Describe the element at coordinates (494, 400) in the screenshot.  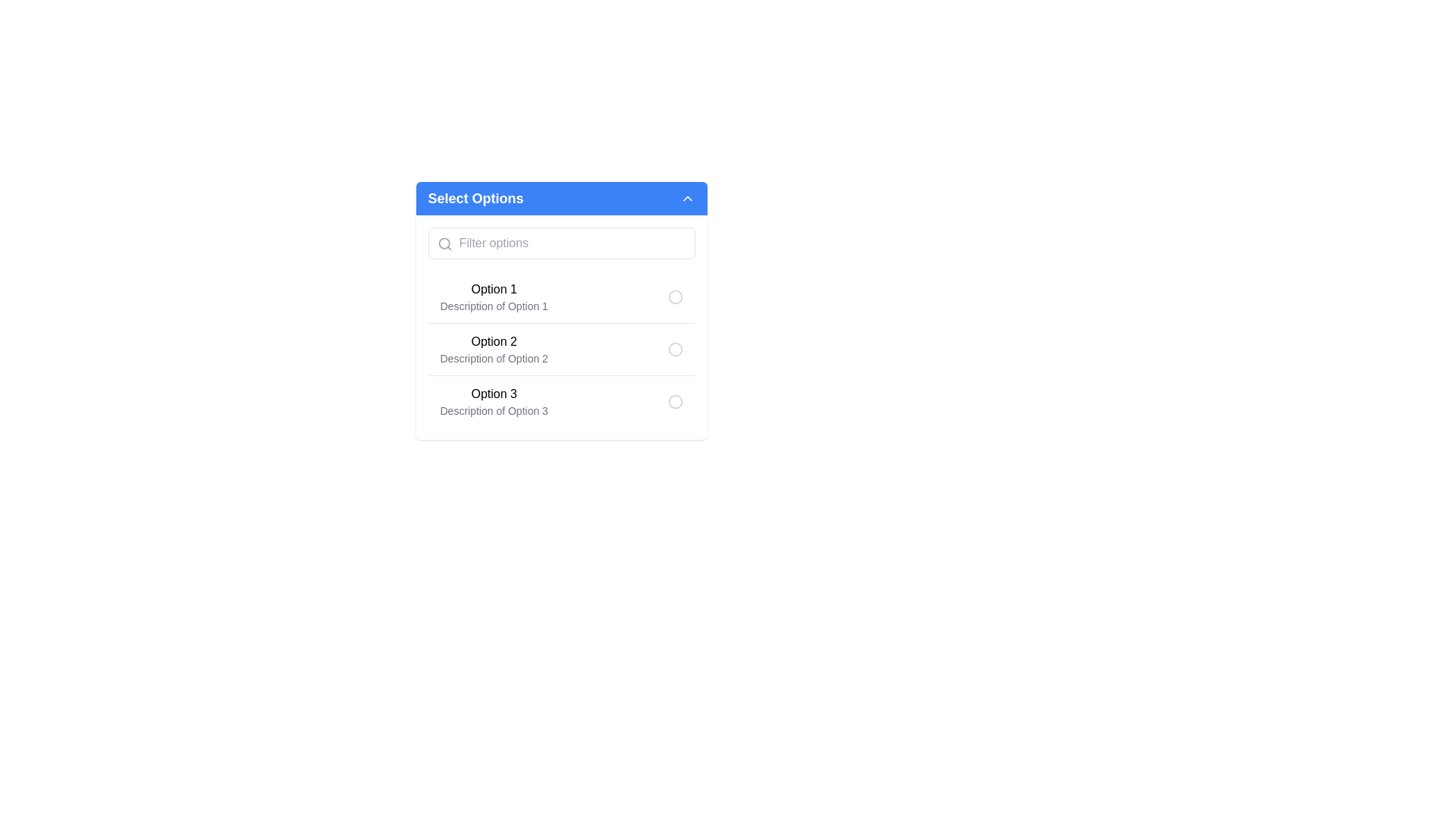
I see `the third option in the dropdown menu labeled 'Select Options'` at that location.